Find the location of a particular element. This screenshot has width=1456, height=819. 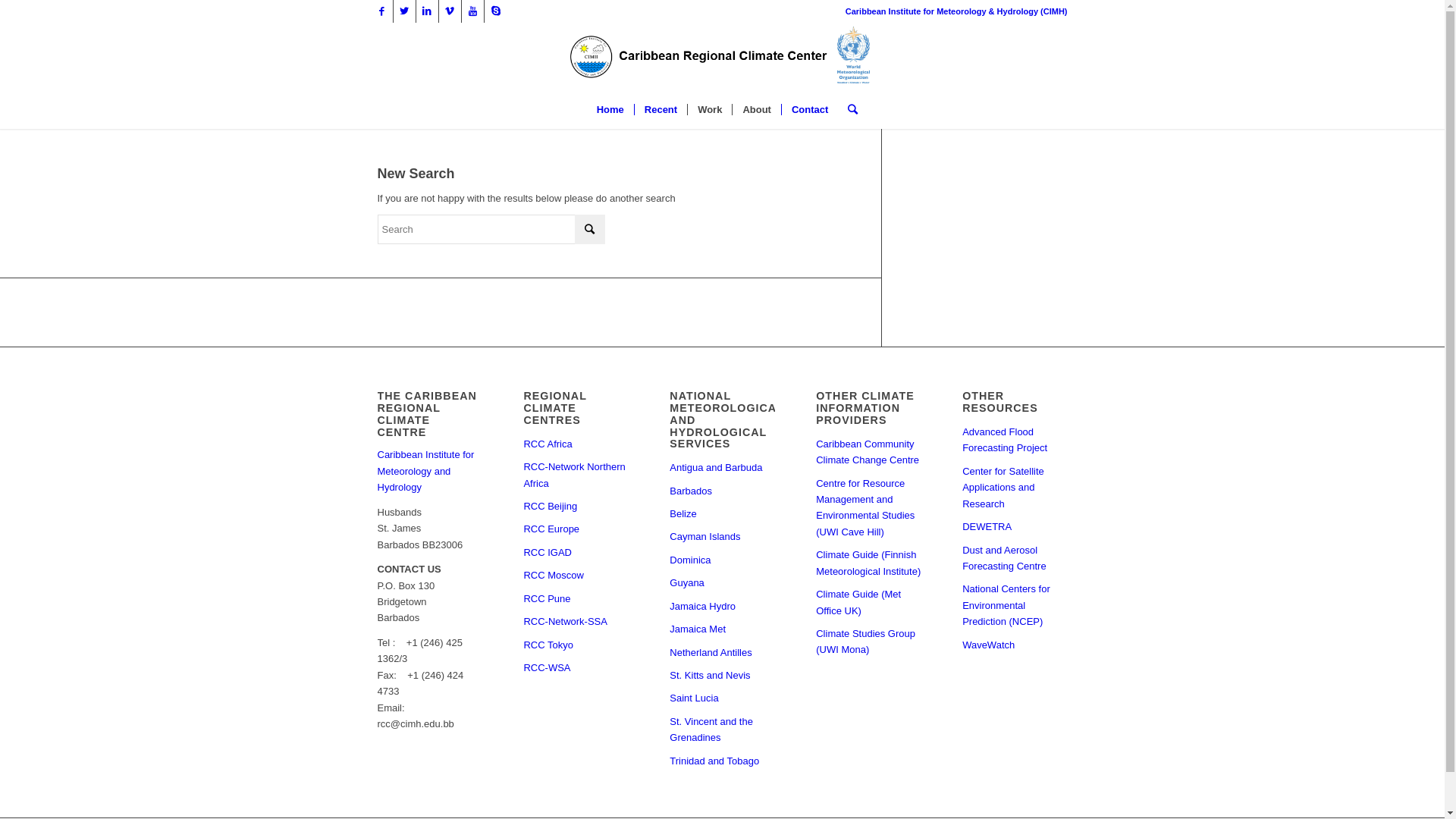

'Contact' is located at coordinates (808, 109).